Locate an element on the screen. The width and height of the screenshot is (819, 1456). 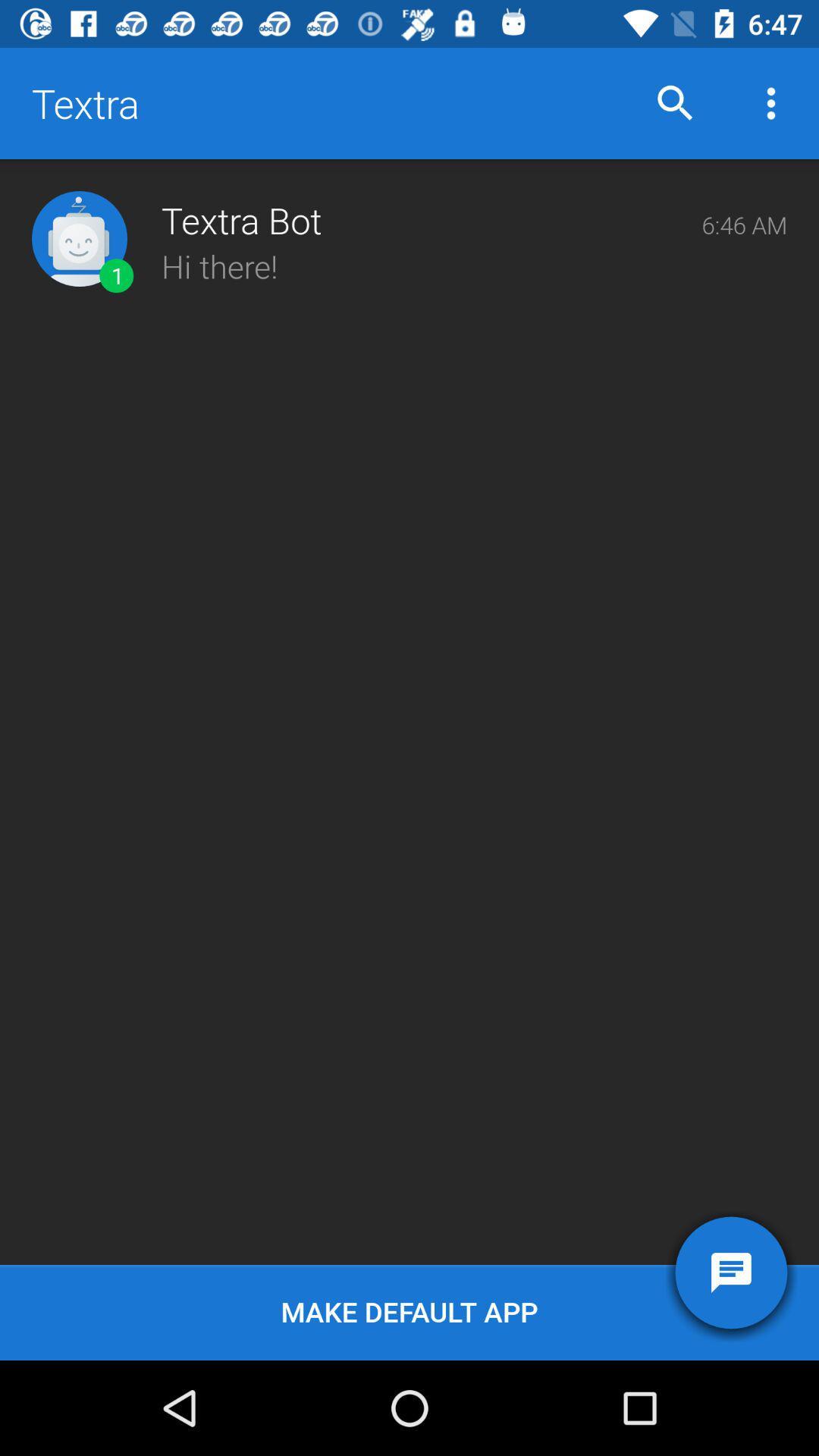
the chat icon is located at coordinates (730, 1272).